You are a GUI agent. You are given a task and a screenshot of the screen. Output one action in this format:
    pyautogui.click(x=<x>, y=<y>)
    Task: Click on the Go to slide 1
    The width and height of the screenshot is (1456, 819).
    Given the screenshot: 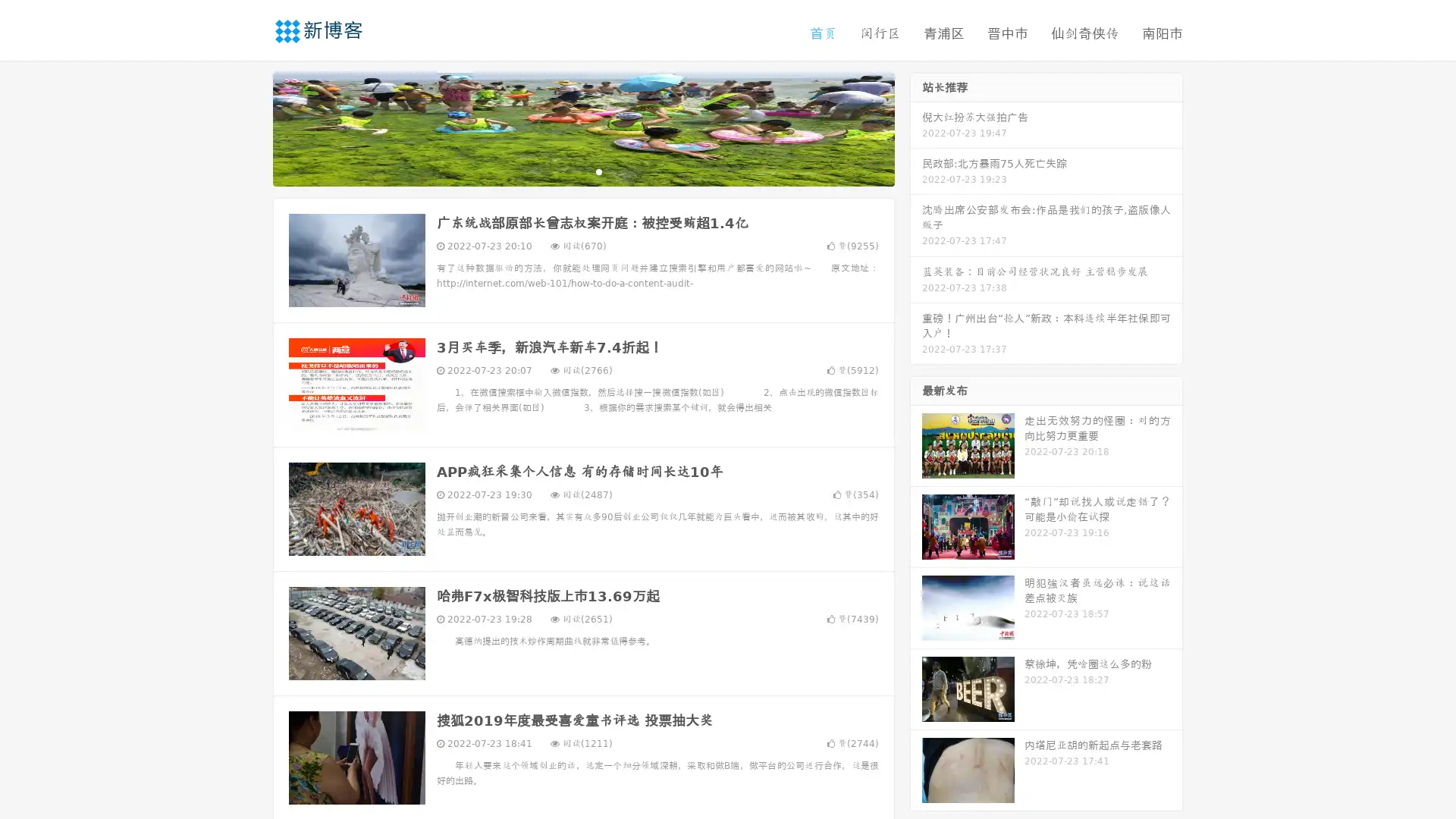 What is the action you would take?
    pyautogui.click(x=567, y=171)
    